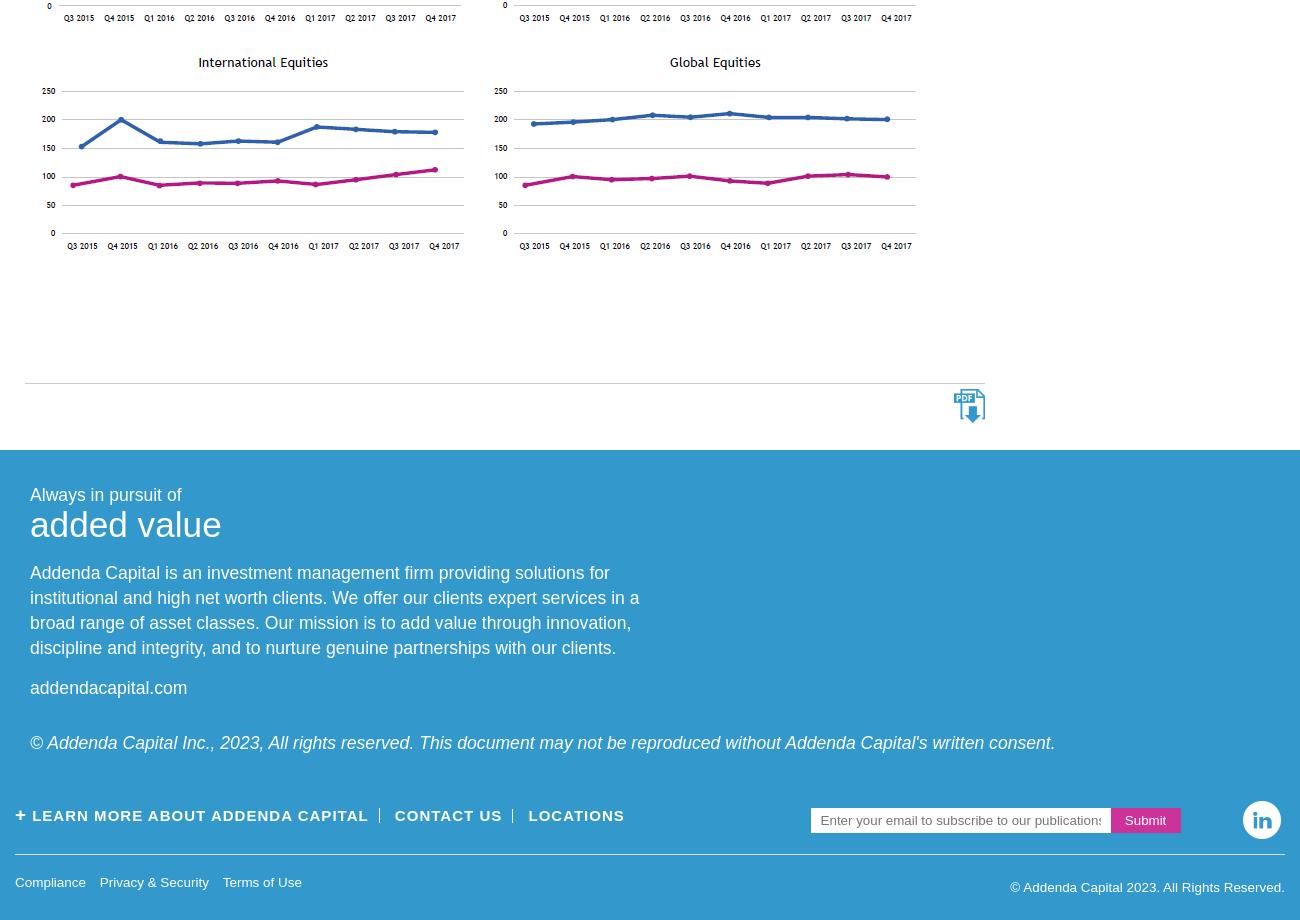  Describe the element at coordinates (19, 812) in the screenshot. I see `'+'` at that location.